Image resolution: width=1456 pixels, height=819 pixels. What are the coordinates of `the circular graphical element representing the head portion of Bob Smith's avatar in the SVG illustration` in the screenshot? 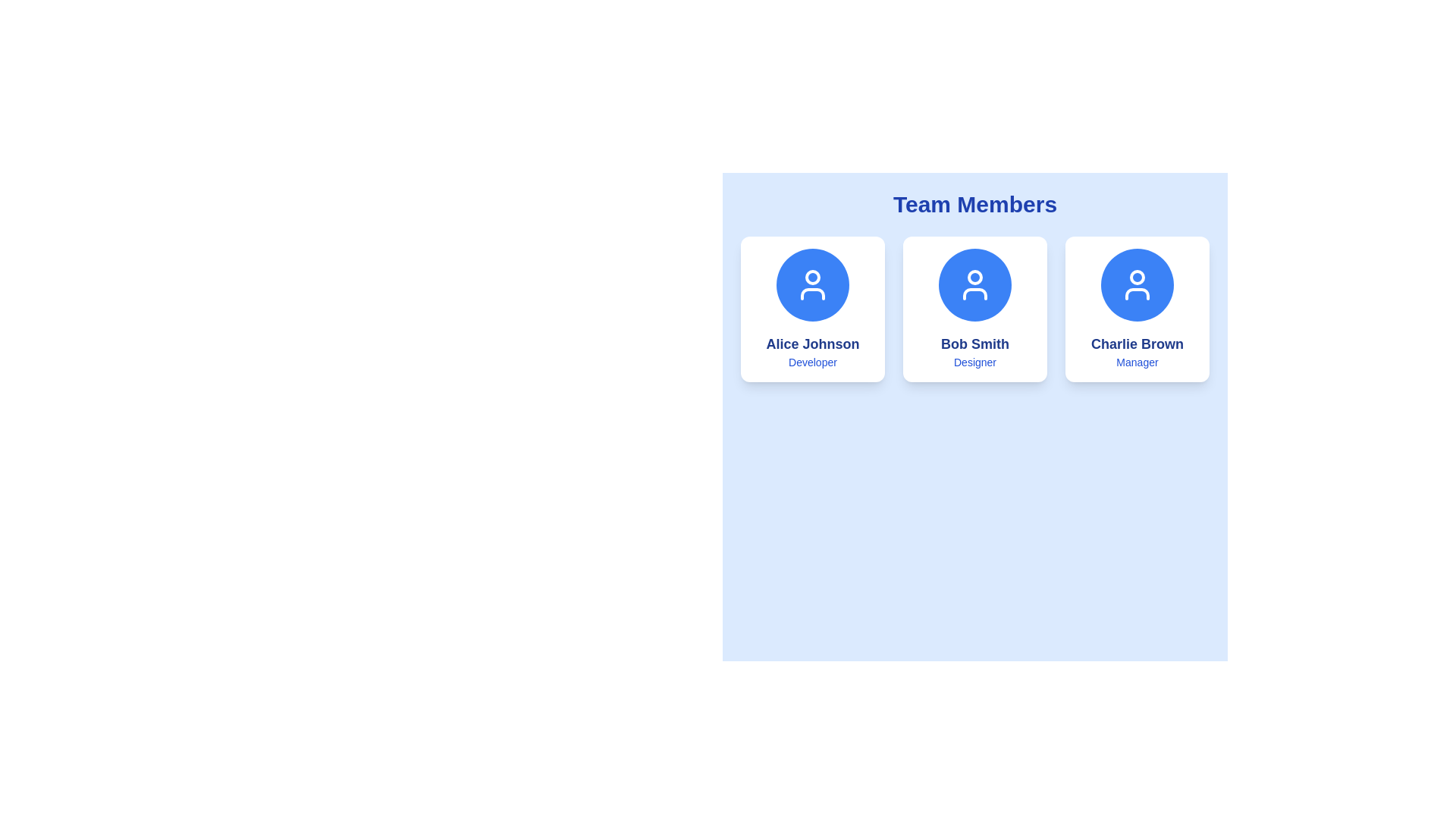 It's located at (975, 278).